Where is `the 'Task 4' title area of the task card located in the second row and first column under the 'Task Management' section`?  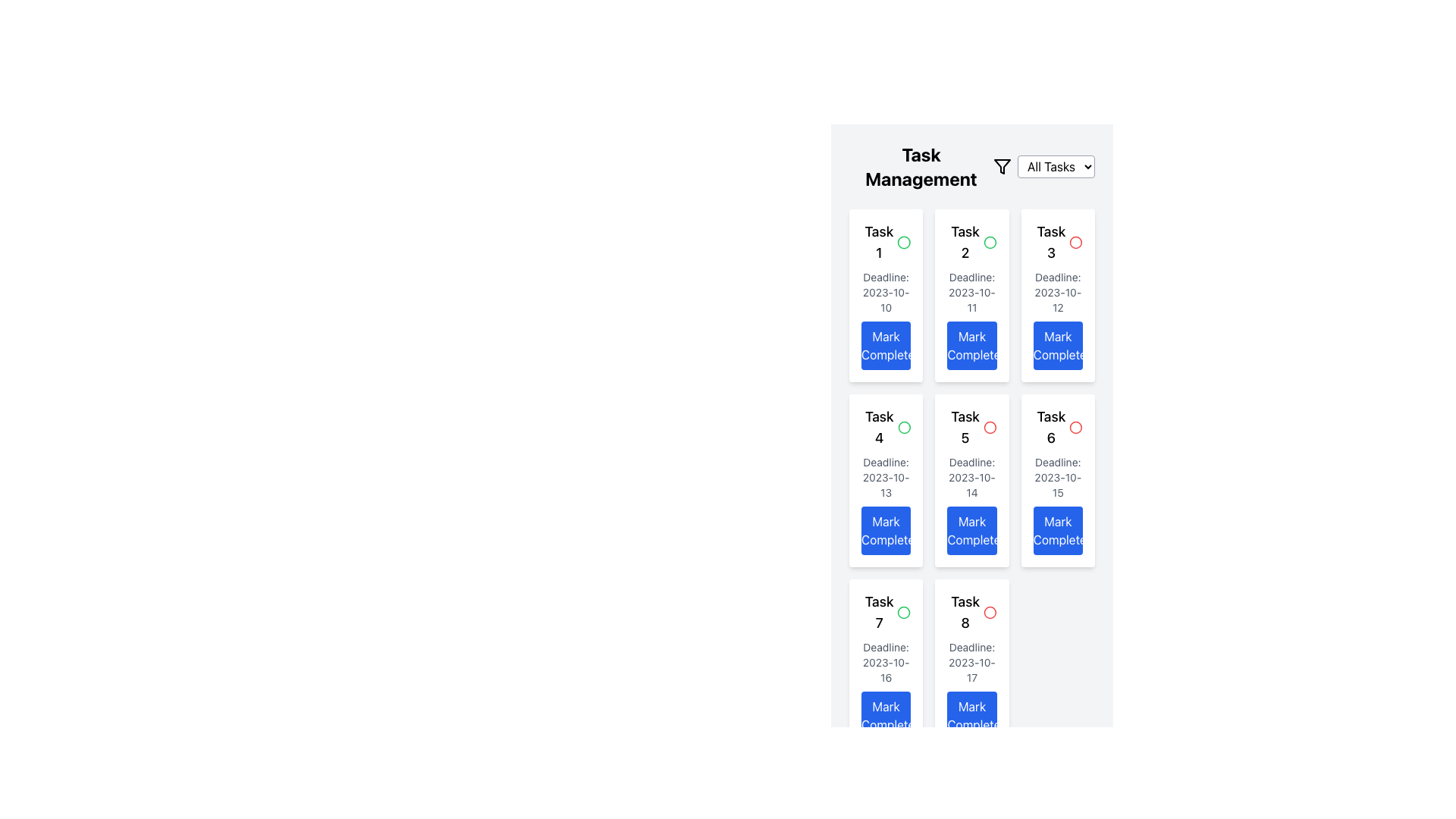
the 'Task 4' title area of the task card located in the second row and first column under the 'Task Management' section is located at coordinates (886, 427).